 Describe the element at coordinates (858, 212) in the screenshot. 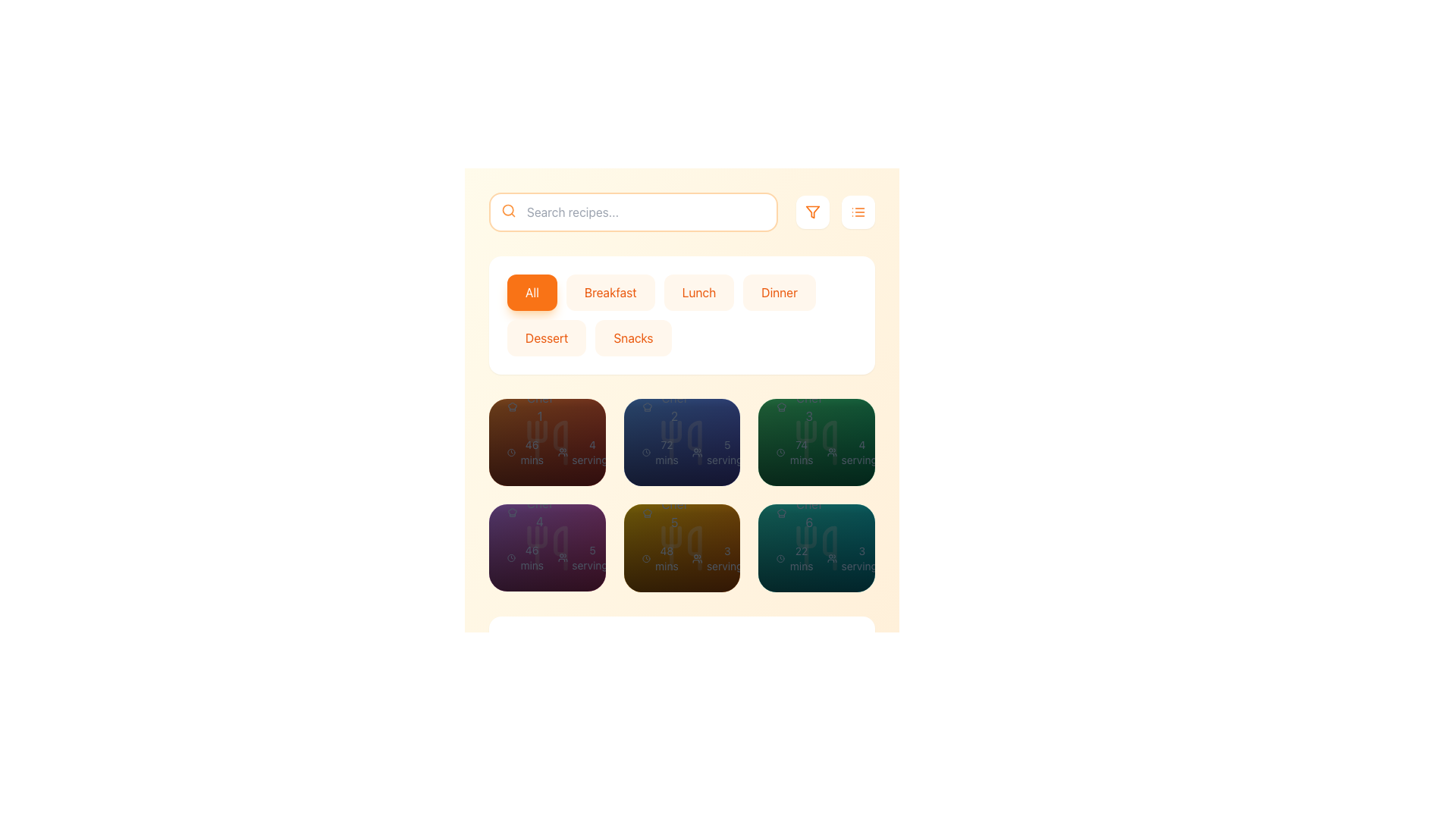

I see `the list icon button in the top-right corner of the navigation bar` at that location.